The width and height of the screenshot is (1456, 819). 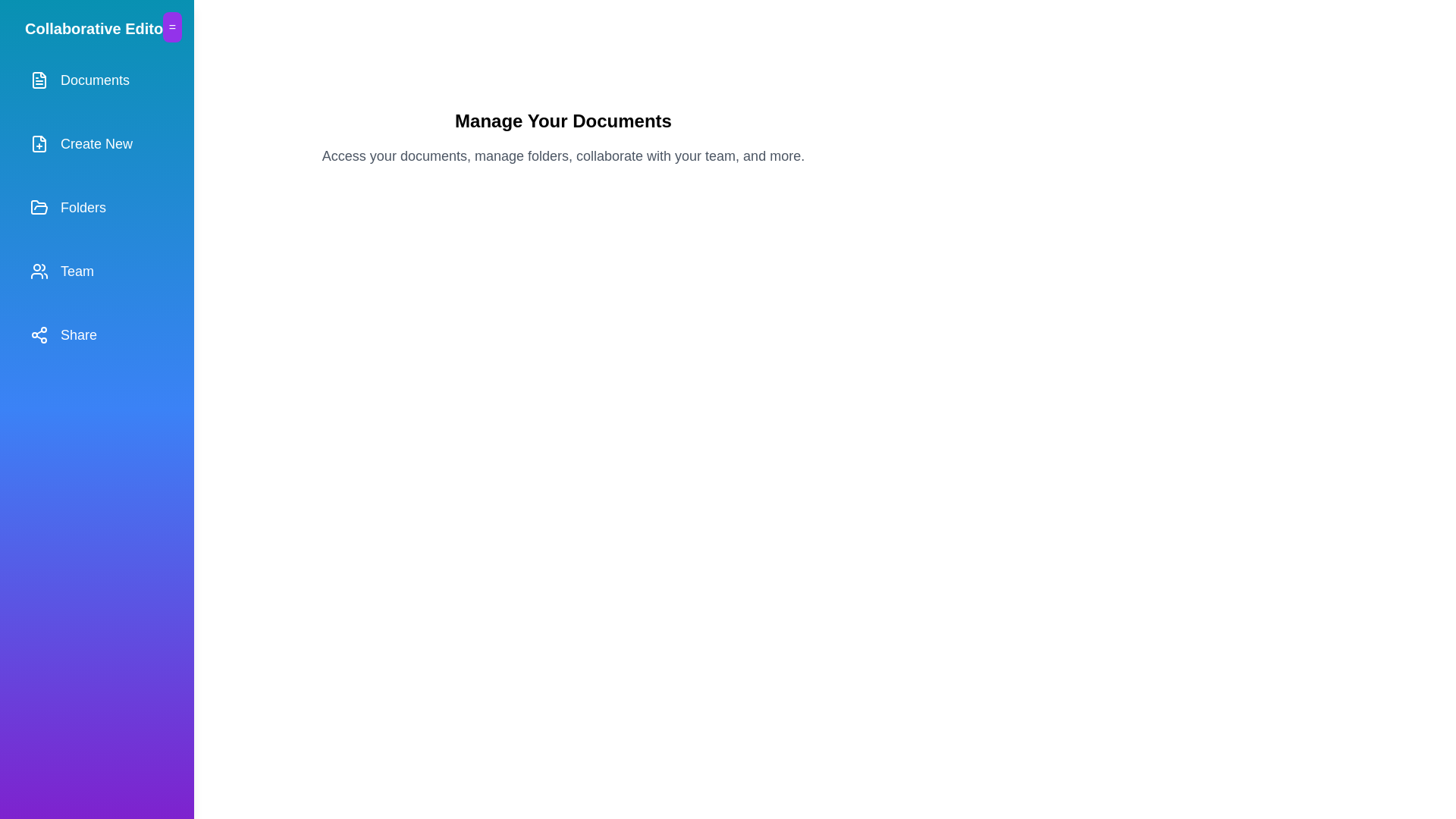 What do you see at coordinates (96, 334) in the screenshot?
I see `the menu item labeled Share from the drawer` at bounding box center [96, 334].